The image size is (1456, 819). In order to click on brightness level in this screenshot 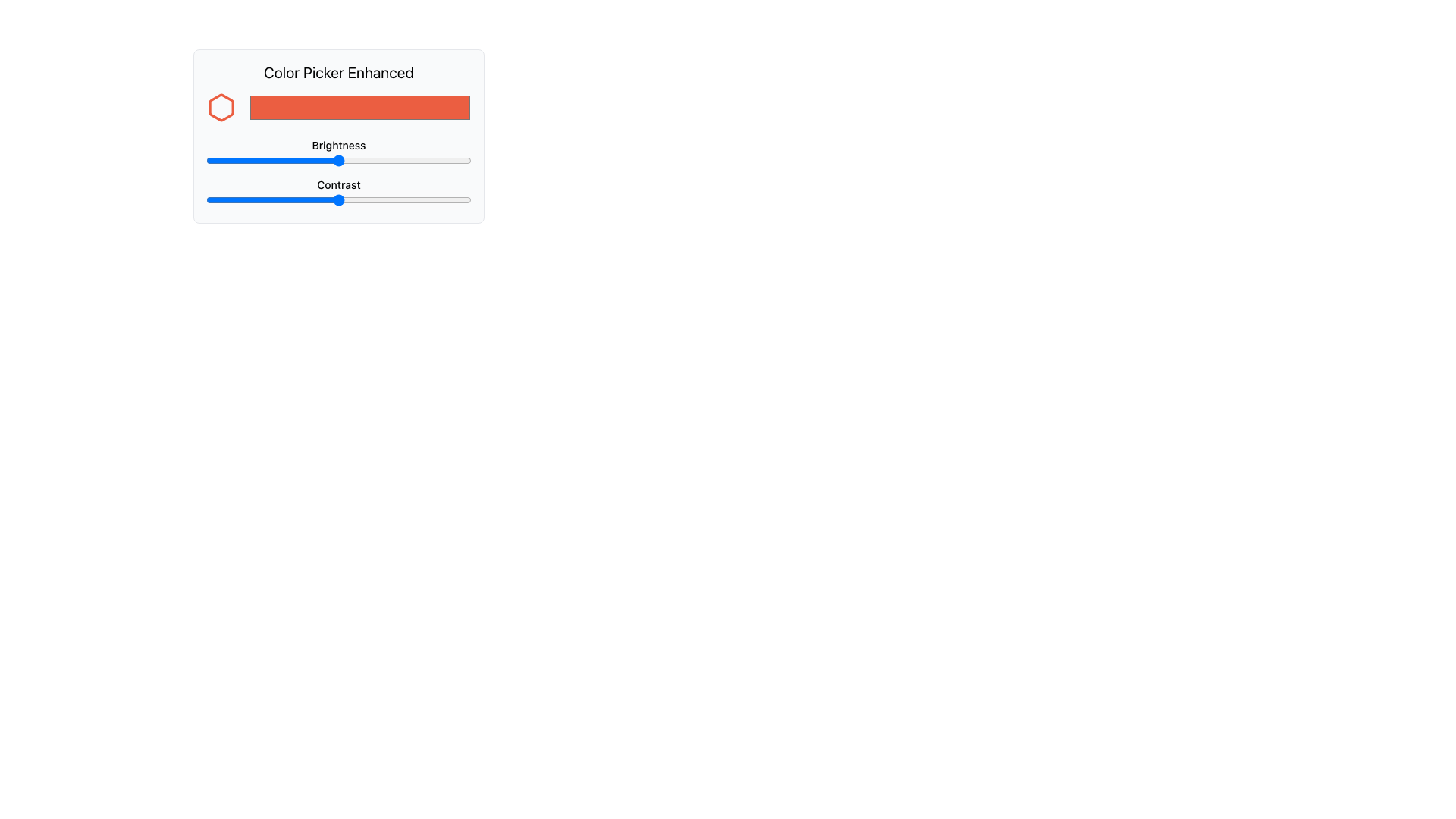, I will do `click(256, 161)`.